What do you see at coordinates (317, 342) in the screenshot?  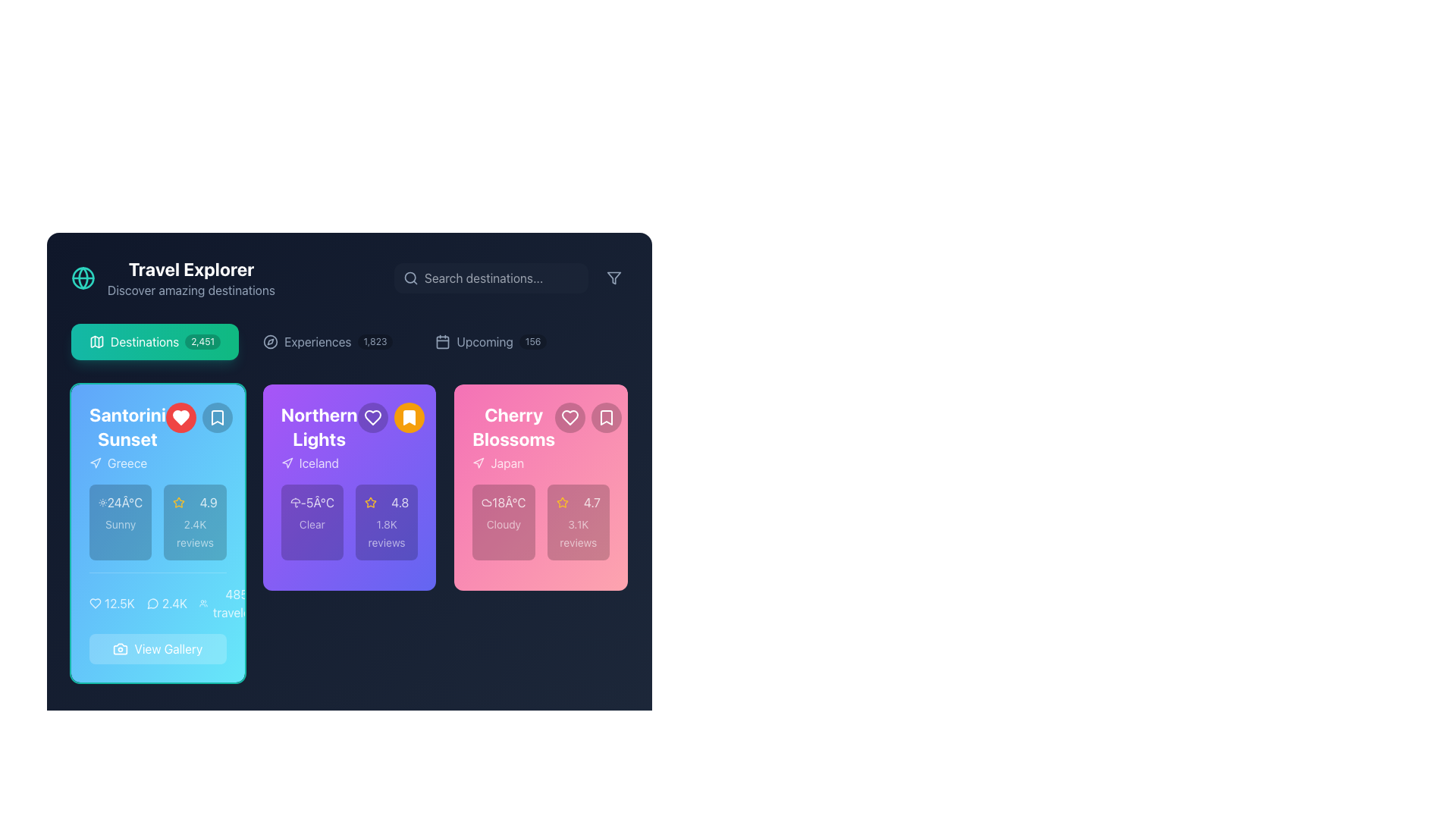 I see `the text label reading 'Experiences' which is centrally positioned under the 'Travel Explorer' heading in the navigation bar, adjacent to 'Destinations' and 'Upcoming'` at bounding box center [317, 342].